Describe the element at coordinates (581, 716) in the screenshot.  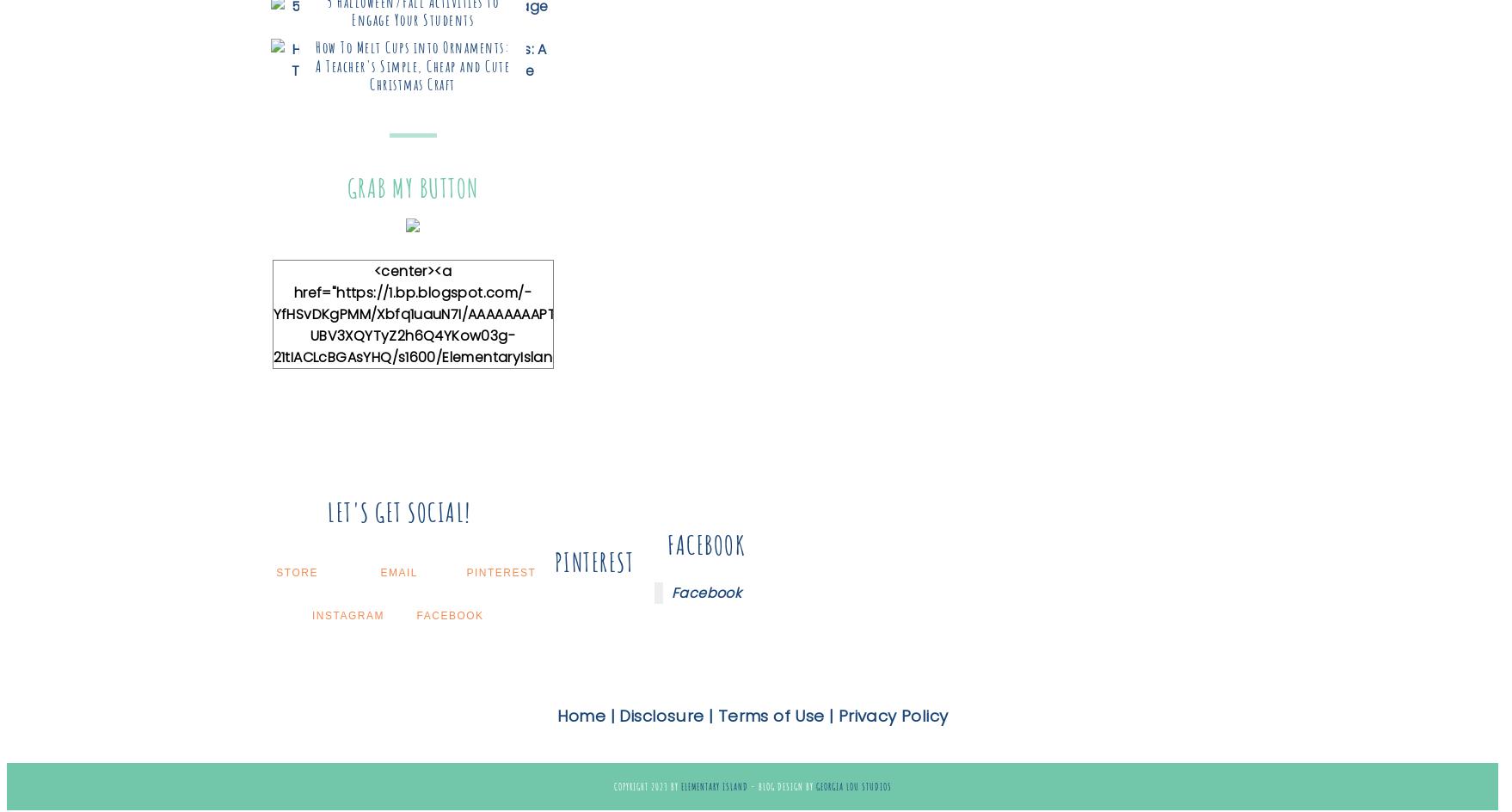
I see `'Home'` at that location.